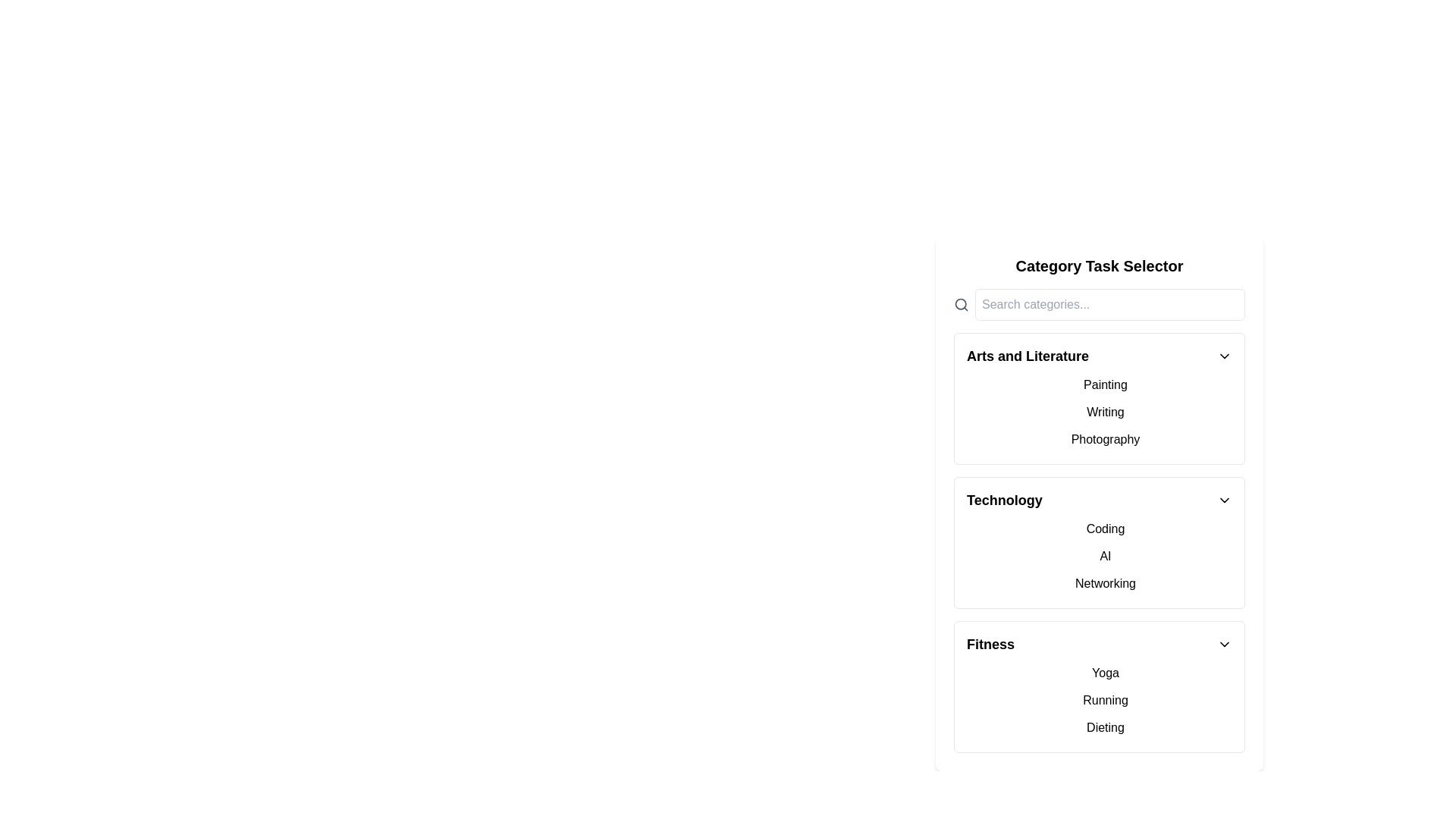  What do you see at coordinates (1099, 265) in the screenshot?
I see `the header text label that indicates the purpose of the UI section, positioned above the search input field` at bounding box center [1099, 265].